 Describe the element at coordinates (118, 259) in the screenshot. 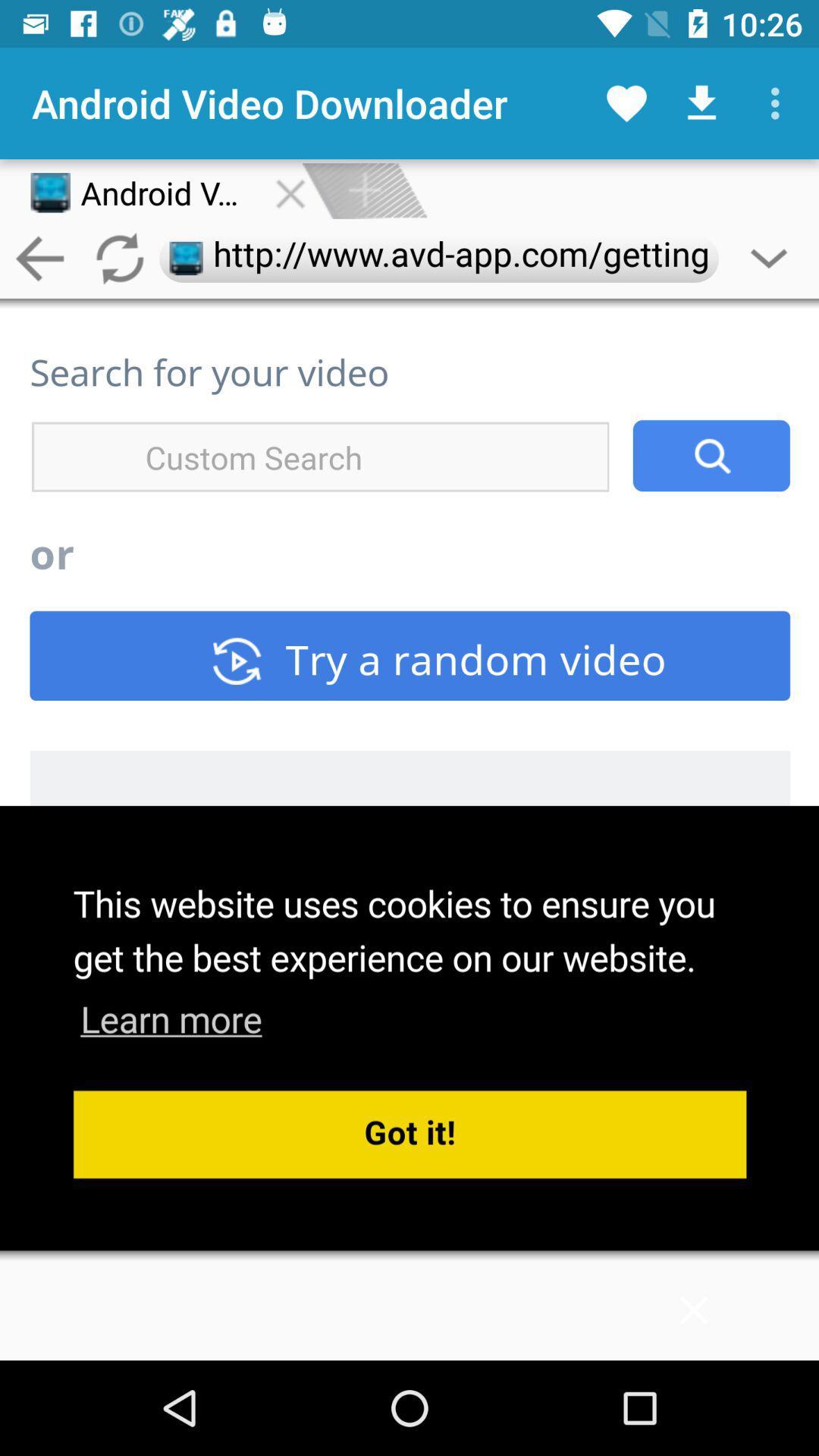

I see `the refresh icon` at that location.